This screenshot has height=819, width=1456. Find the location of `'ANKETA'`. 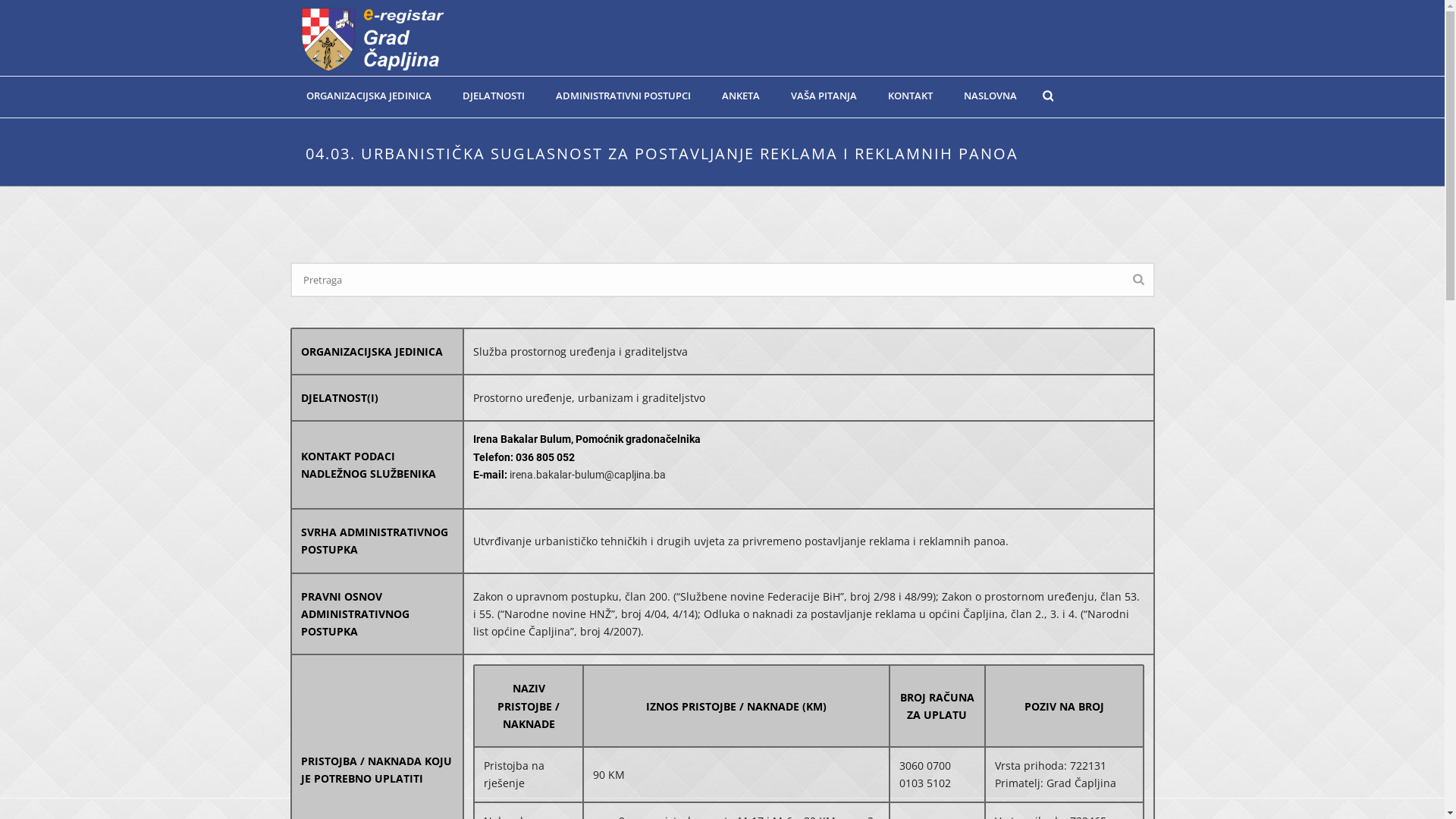

'ANKETA' is located at coordinates (741, 96).